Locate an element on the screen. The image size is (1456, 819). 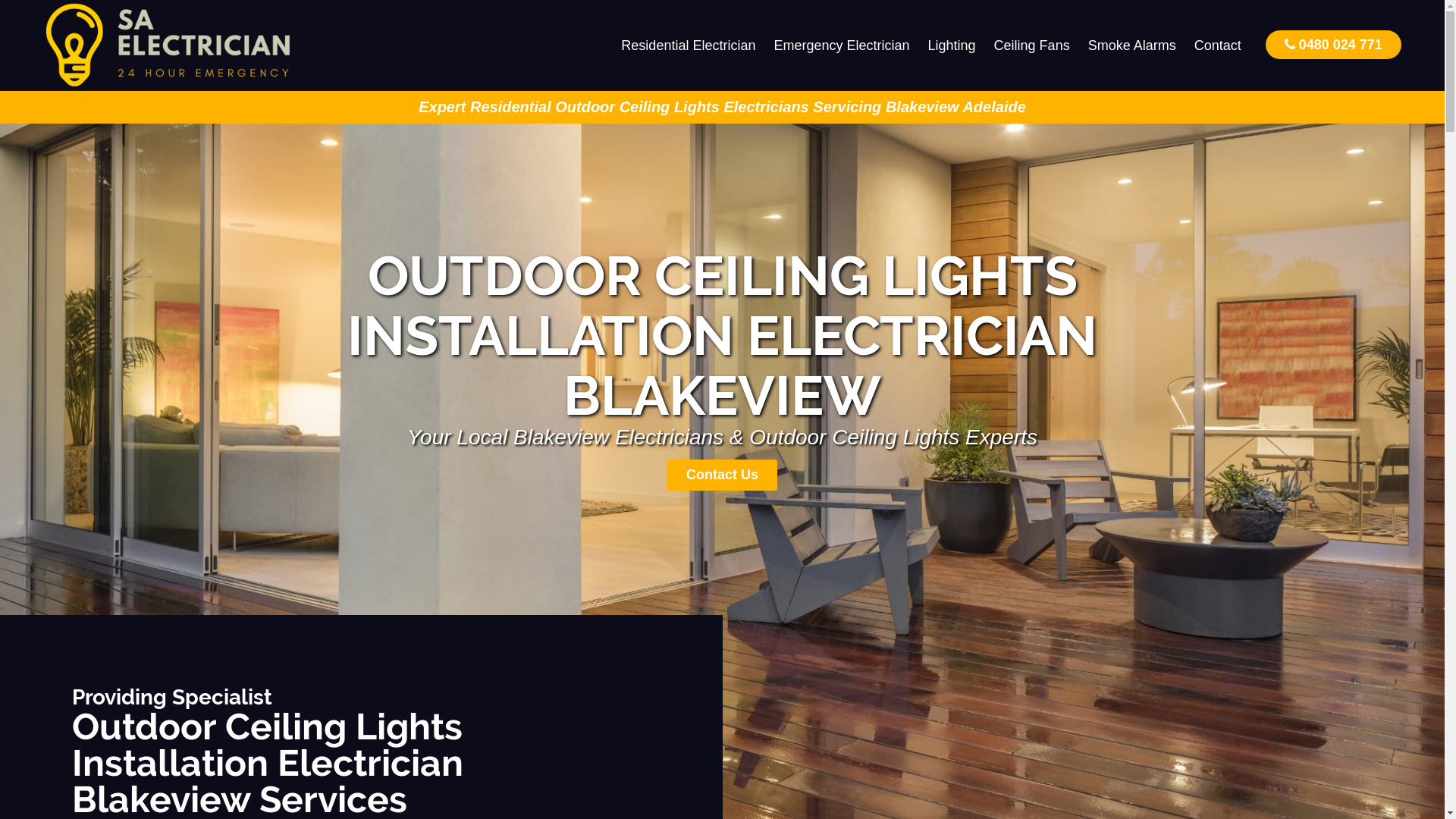
'Ceiling Fans' is located at coordinates (1031, 45).